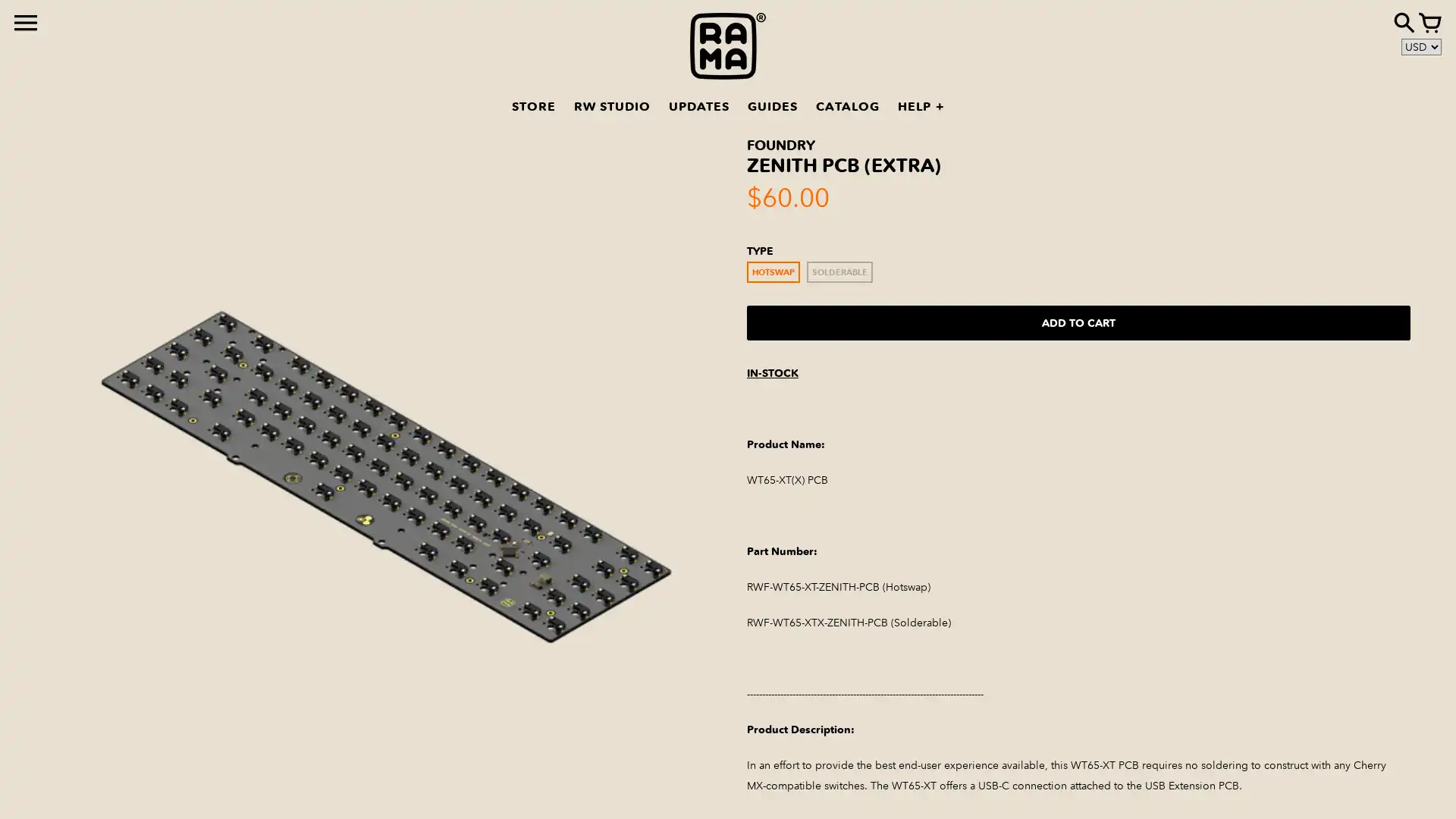 The width and height of the screenshot is (1456, 819). What do you see at coordinates (1078, 322) in the screenshot?
I see `ADD TO CART` at bounding box center [1078, 322].